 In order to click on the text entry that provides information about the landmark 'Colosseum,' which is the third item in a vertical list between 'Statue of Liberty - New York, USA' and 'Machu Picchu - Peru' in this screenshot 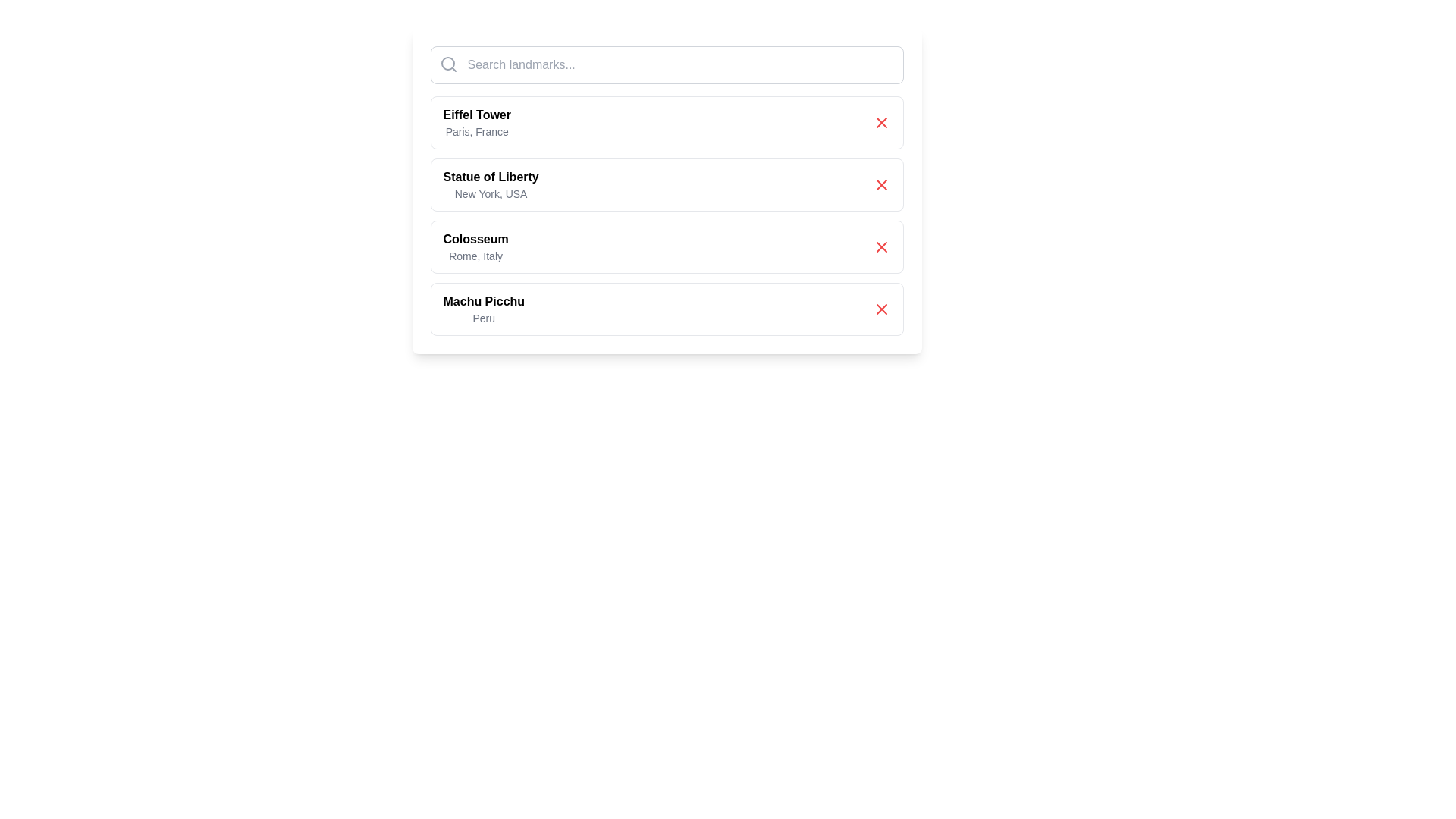, I will do `click(475, 246)`.